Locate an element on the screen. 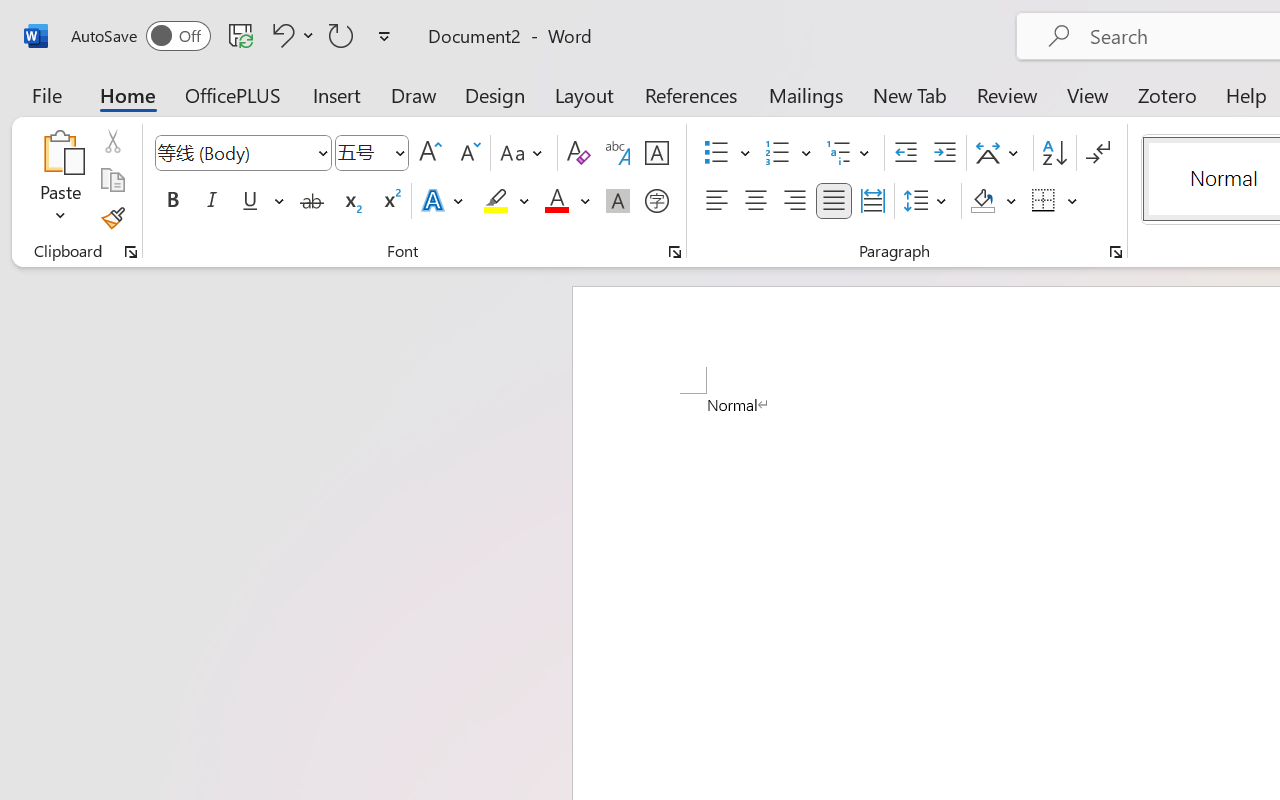 The height and width of the screenshot is (800, 1280). 'View' is located at coordinates (1087, 94).